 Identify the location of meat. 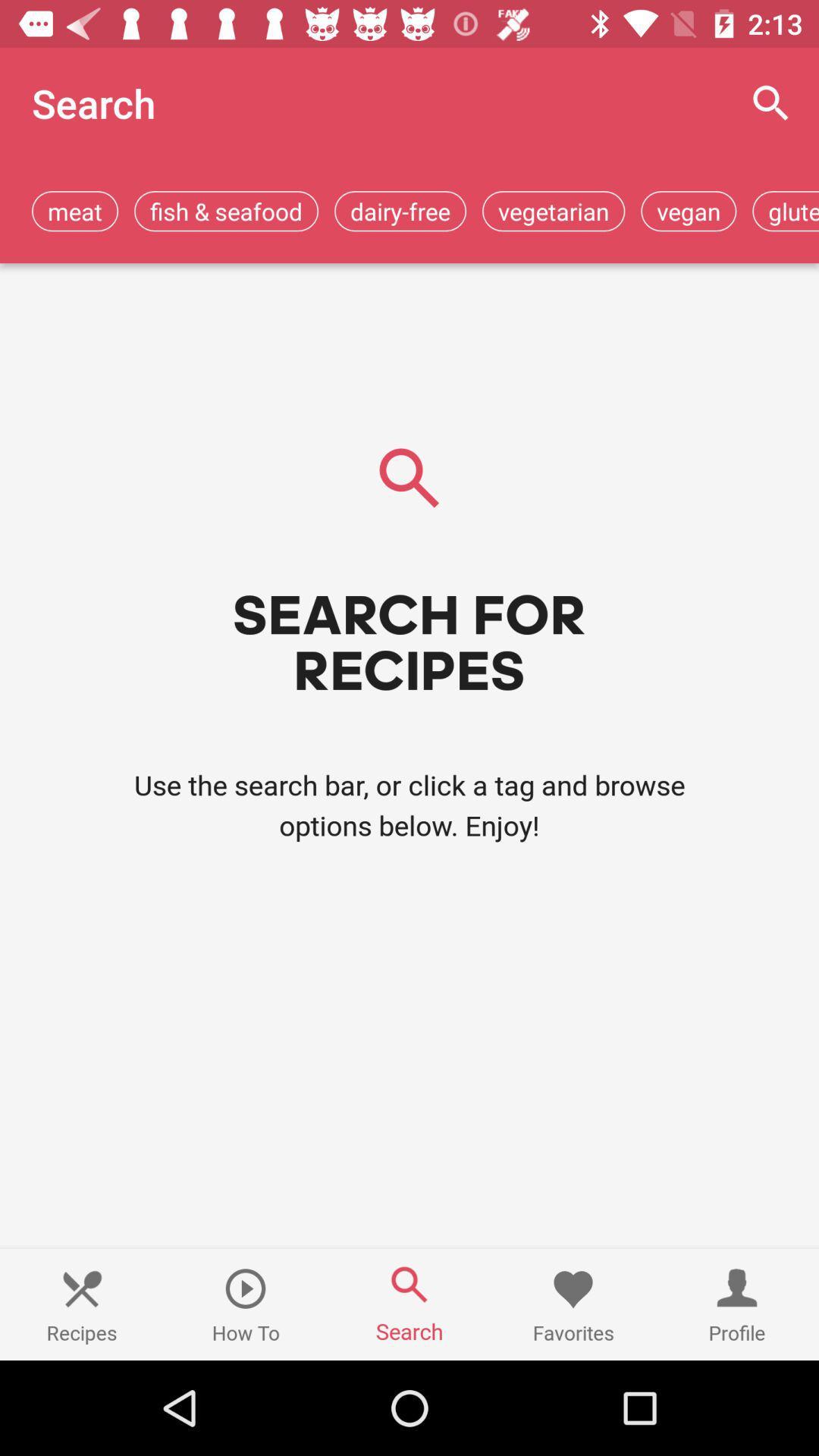
(75, 210).